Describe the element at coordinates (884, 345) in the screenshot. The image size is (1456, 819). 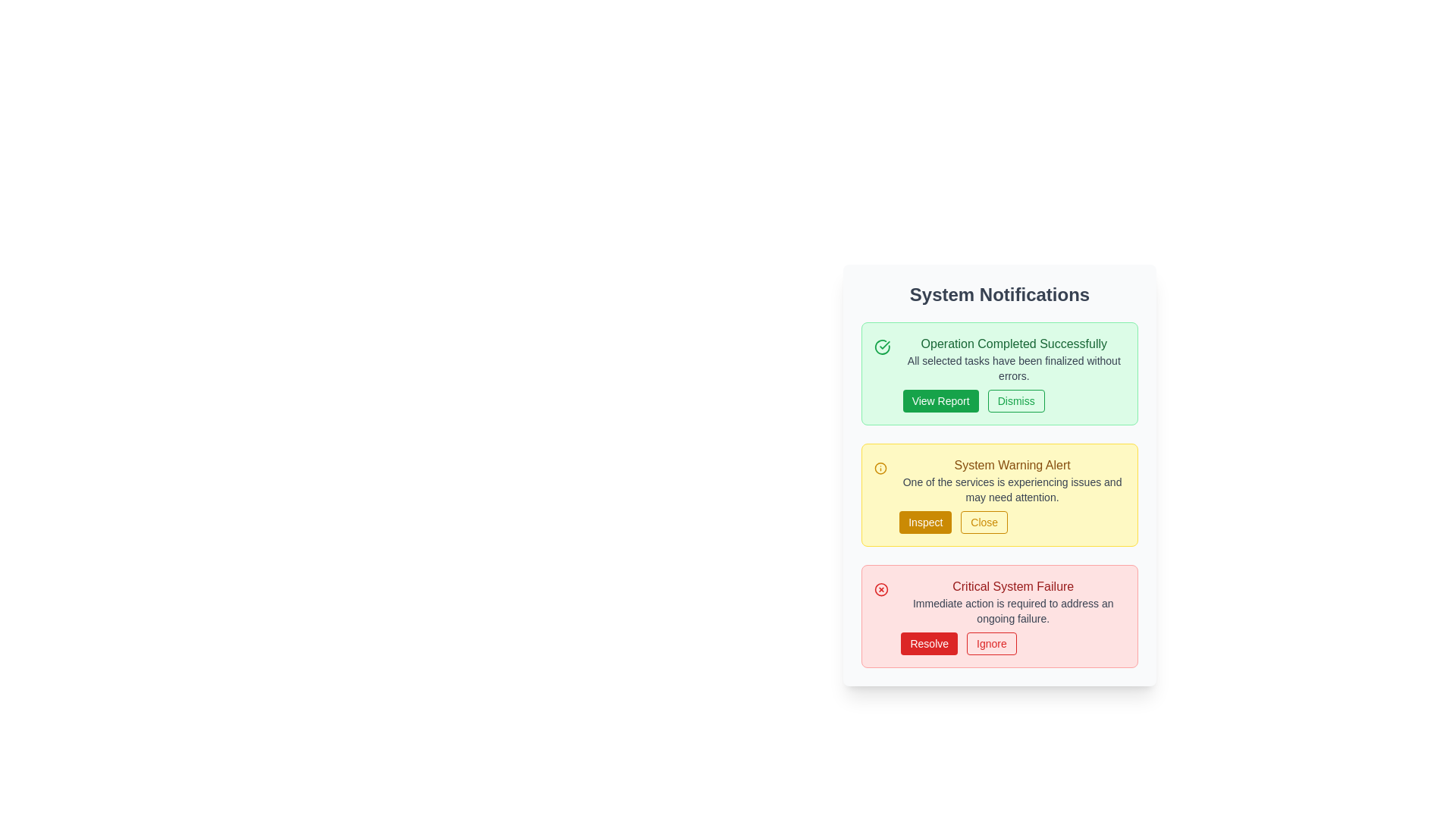
I see `the checkmark icon within the 'Operation Completed Successfully' notification box located at the top-left corner of the green-colored notification panel` at that location.